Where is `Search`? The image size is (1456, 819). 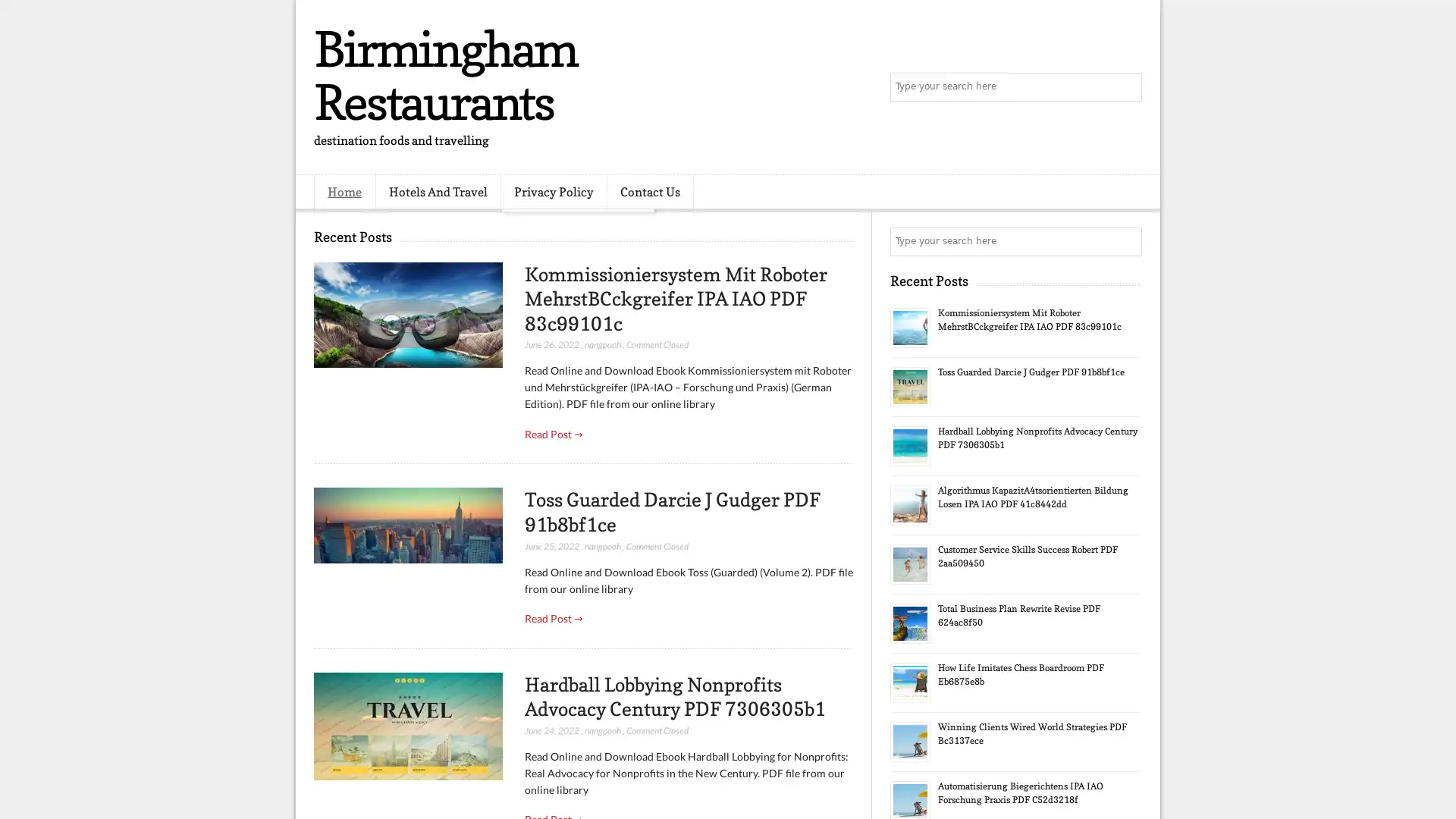
Search is located at coordinates (1126, 241).